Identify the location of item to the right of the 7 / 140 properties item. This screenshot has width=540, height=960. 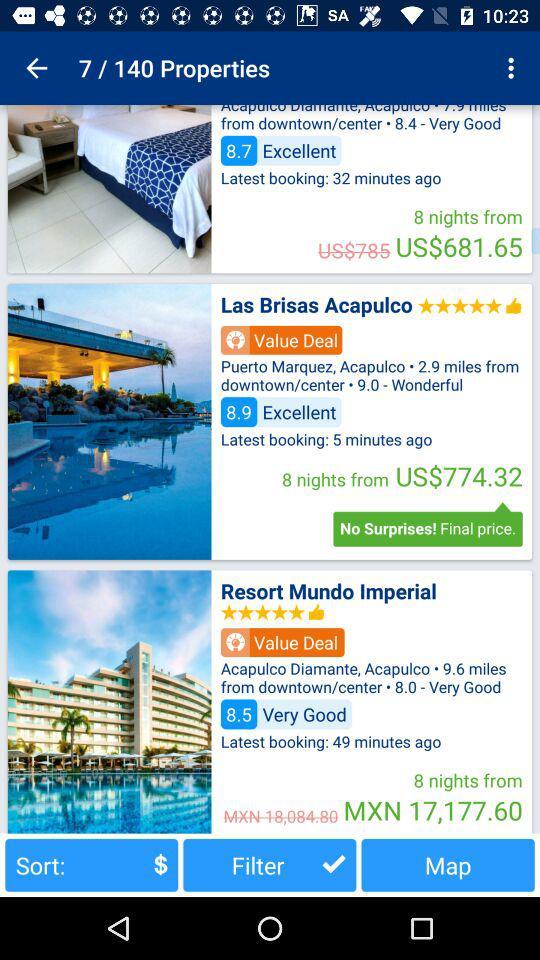
(513, 68).